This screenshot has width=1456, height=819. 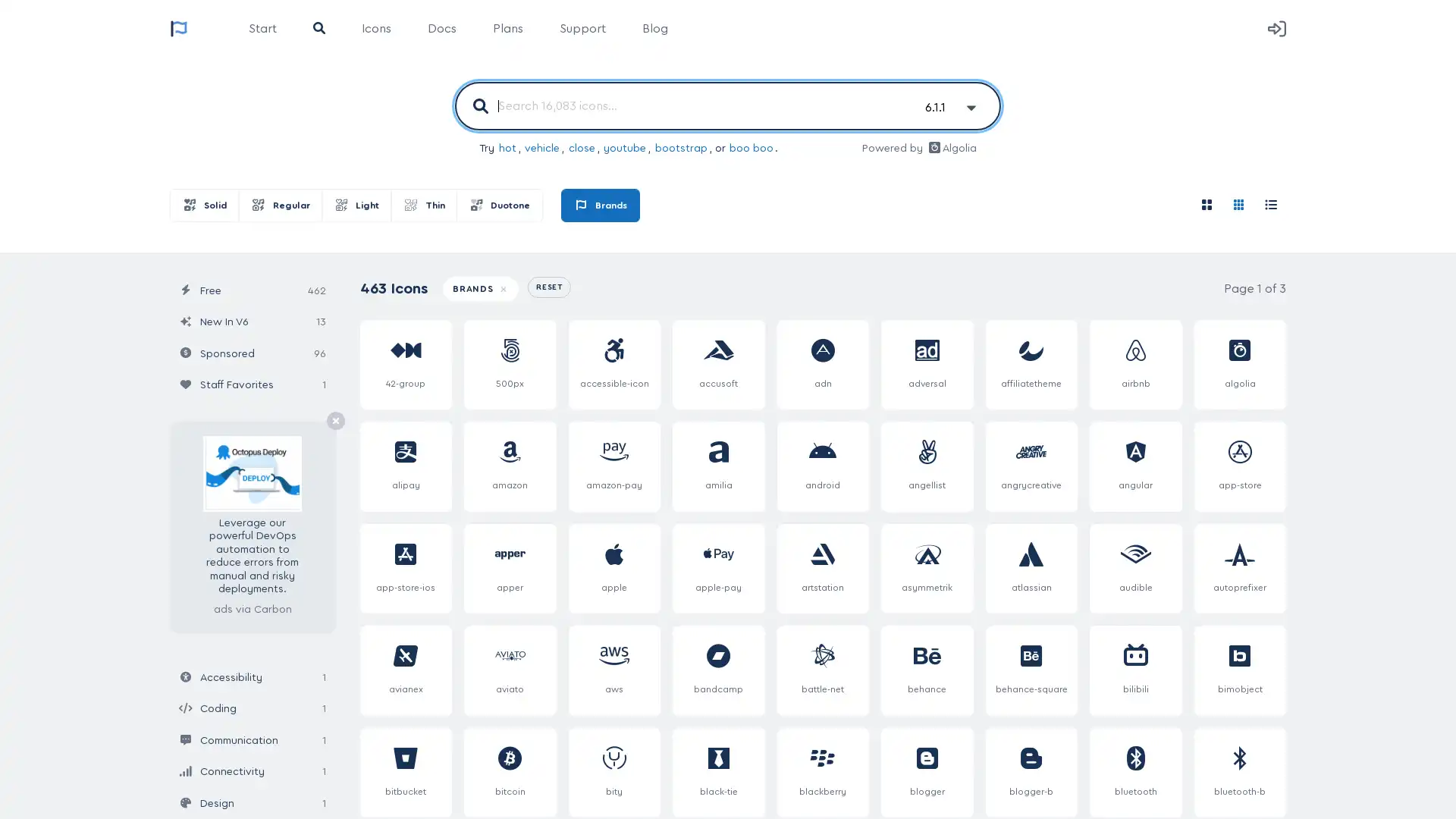 I want to click on alipay, so click(x=405, y=475).